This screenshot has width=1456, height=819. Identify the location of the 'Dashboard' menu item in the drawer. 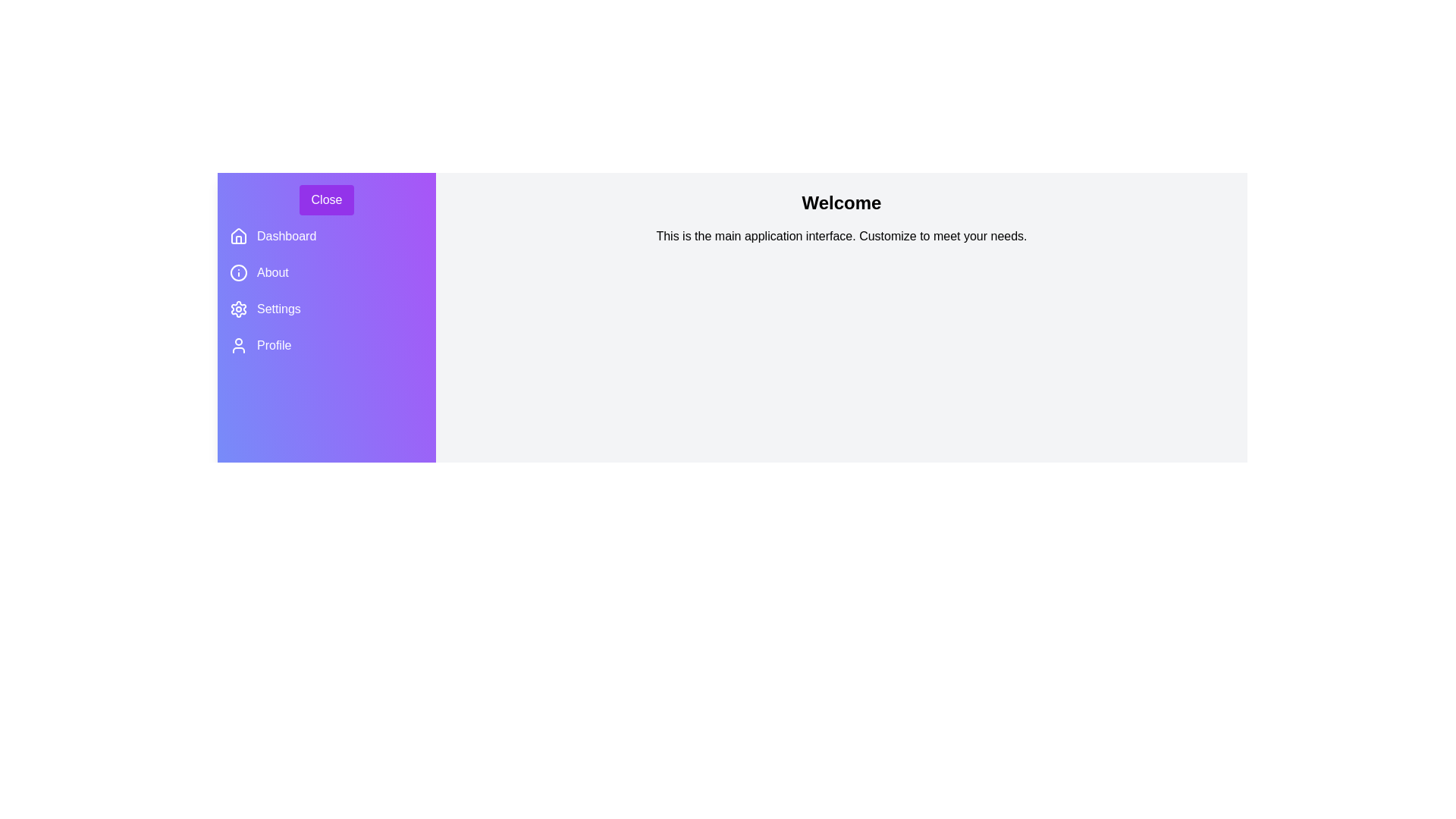
(287, 237).